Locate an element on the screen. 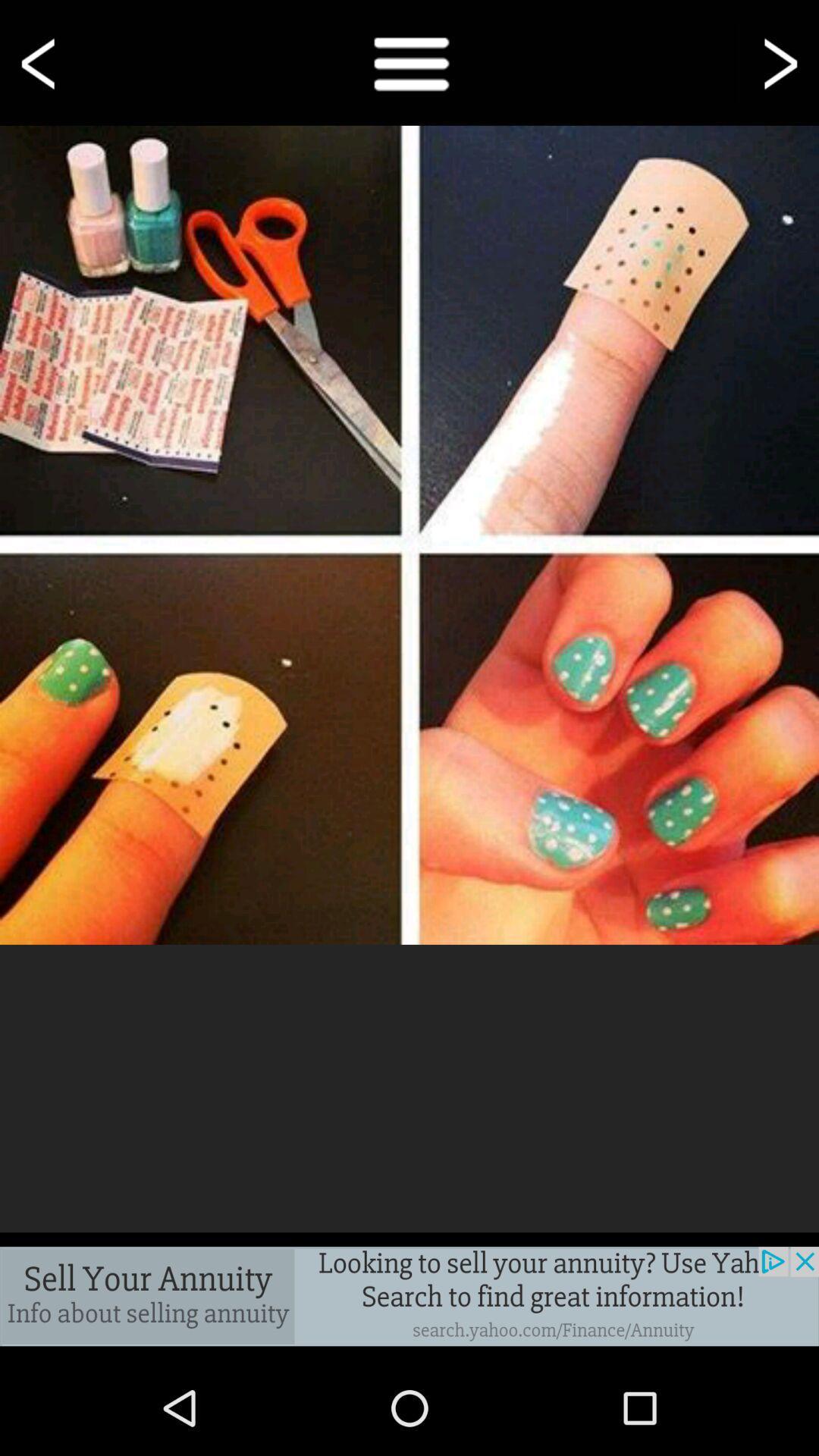 The height and width of the screenshot is (1456, 819). expand pictures is located at coordinates (409, 535).